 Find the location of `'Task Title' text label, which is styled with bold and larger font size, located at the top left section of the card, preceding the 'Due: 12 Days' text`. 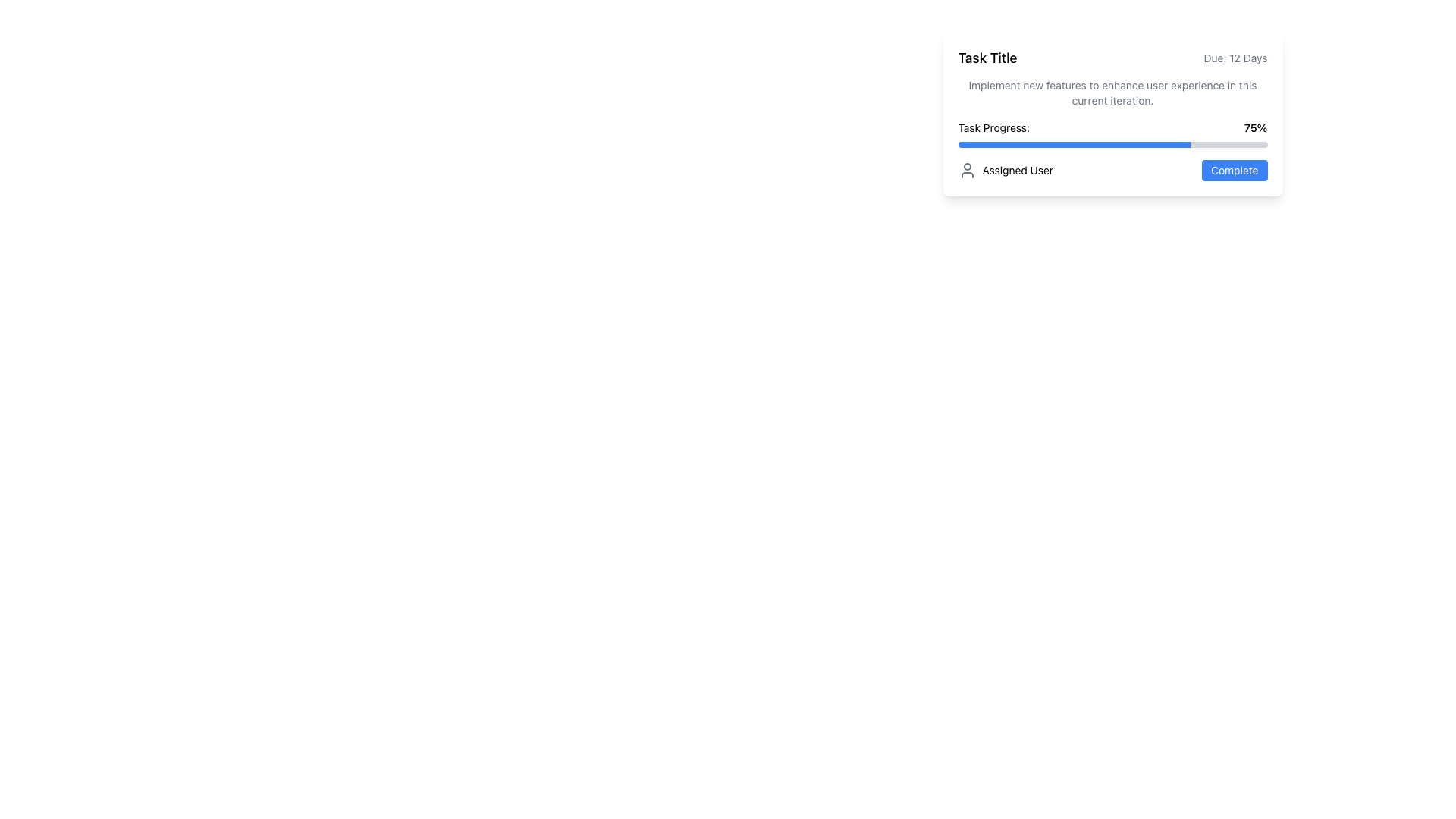

'Task Title' text label, which is styled with bold and larger font size, located at the top left section of the card, preceding the 'Due: 12 Days' text is located at coordinates (987, 58).